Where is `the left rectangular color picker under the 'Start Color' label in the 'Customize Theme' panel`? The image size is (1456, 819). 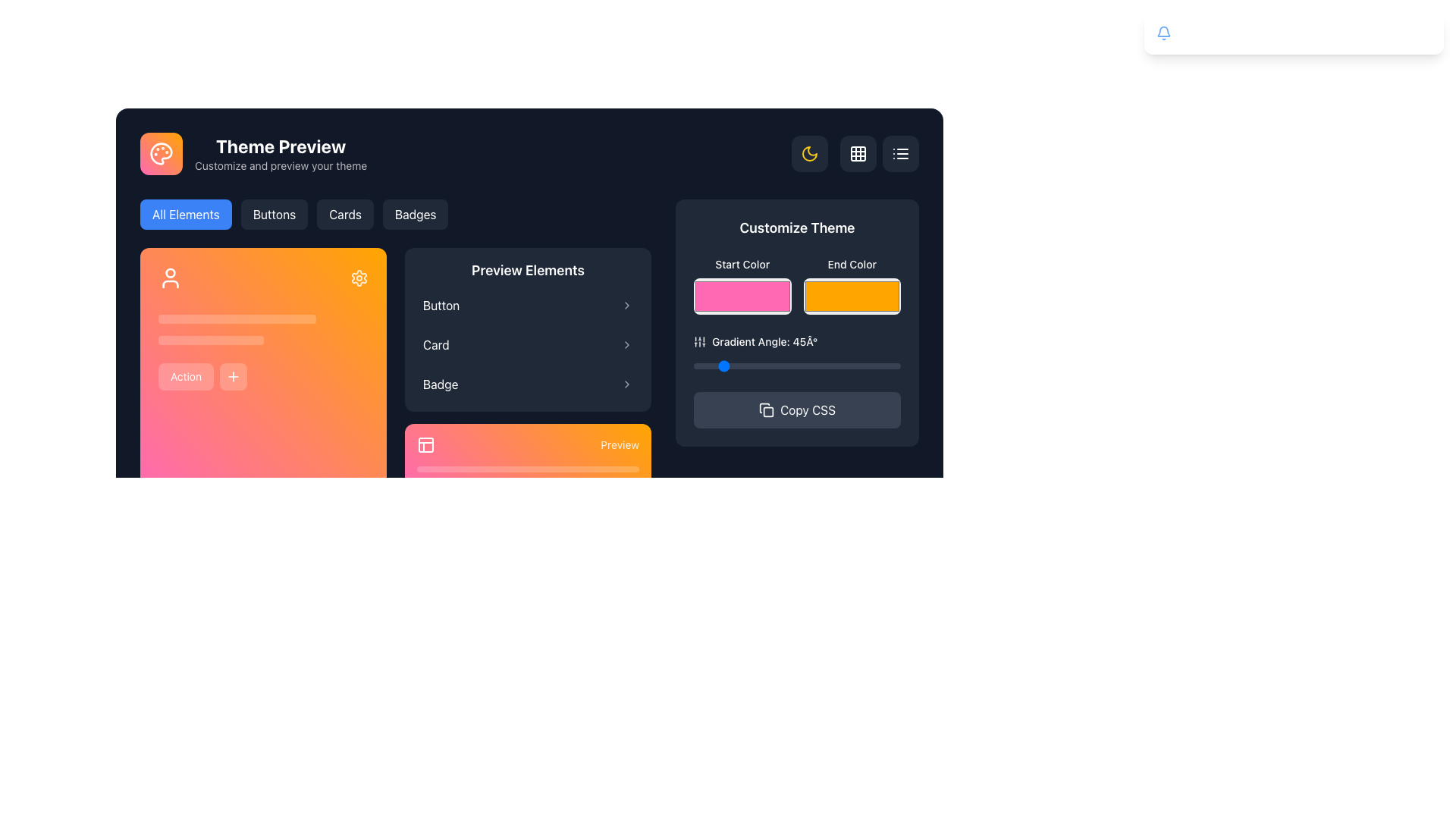 the left rectangular color picker under the 'Start Color' label in the 'Customize Theme' panel is located at coordinates (742, 287).